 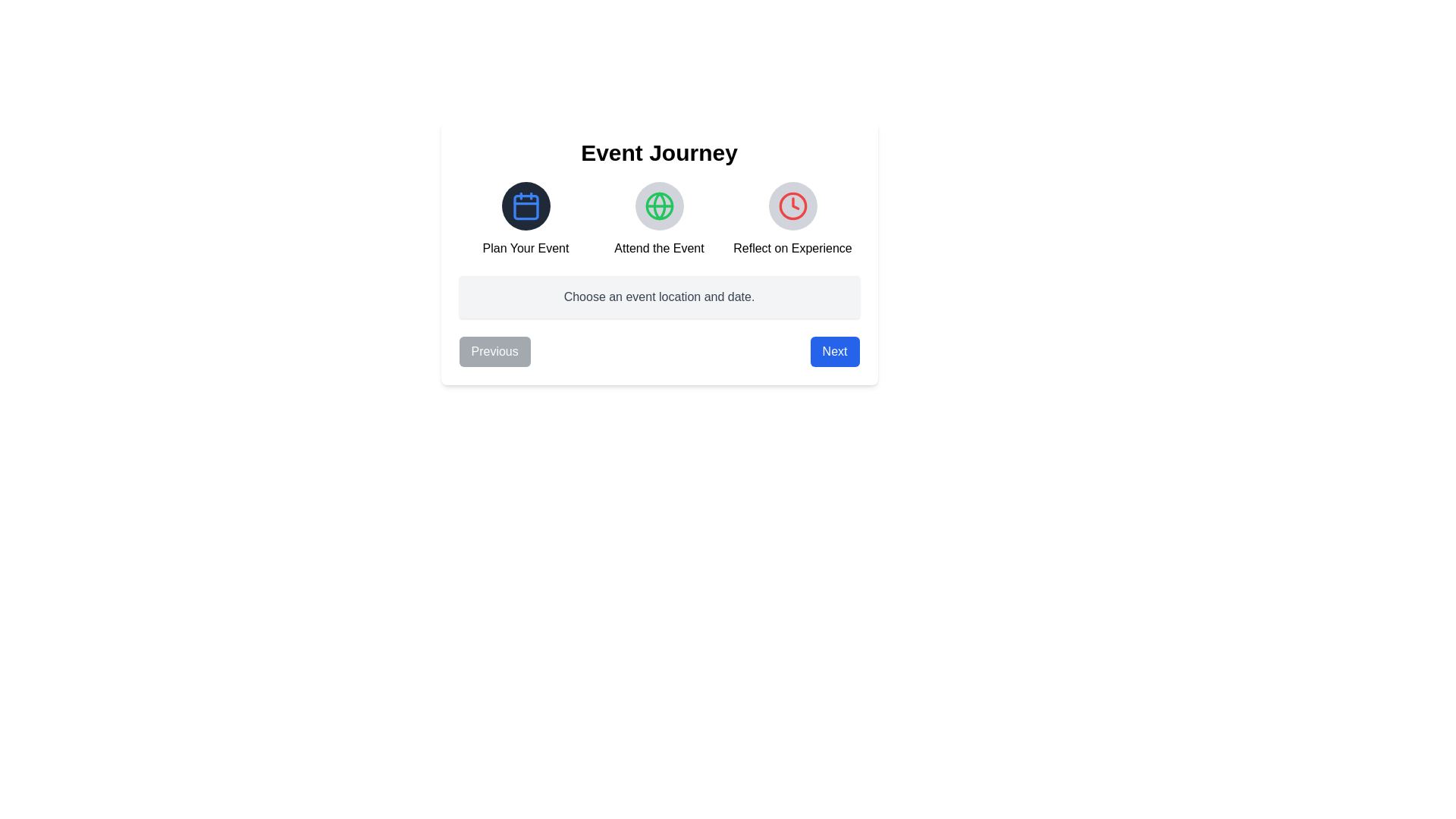 What do you see at coordinates (834, 351) in the screenshot?
I see `the Next button to navigate the Event Journey` at bounding box center [834, 351].